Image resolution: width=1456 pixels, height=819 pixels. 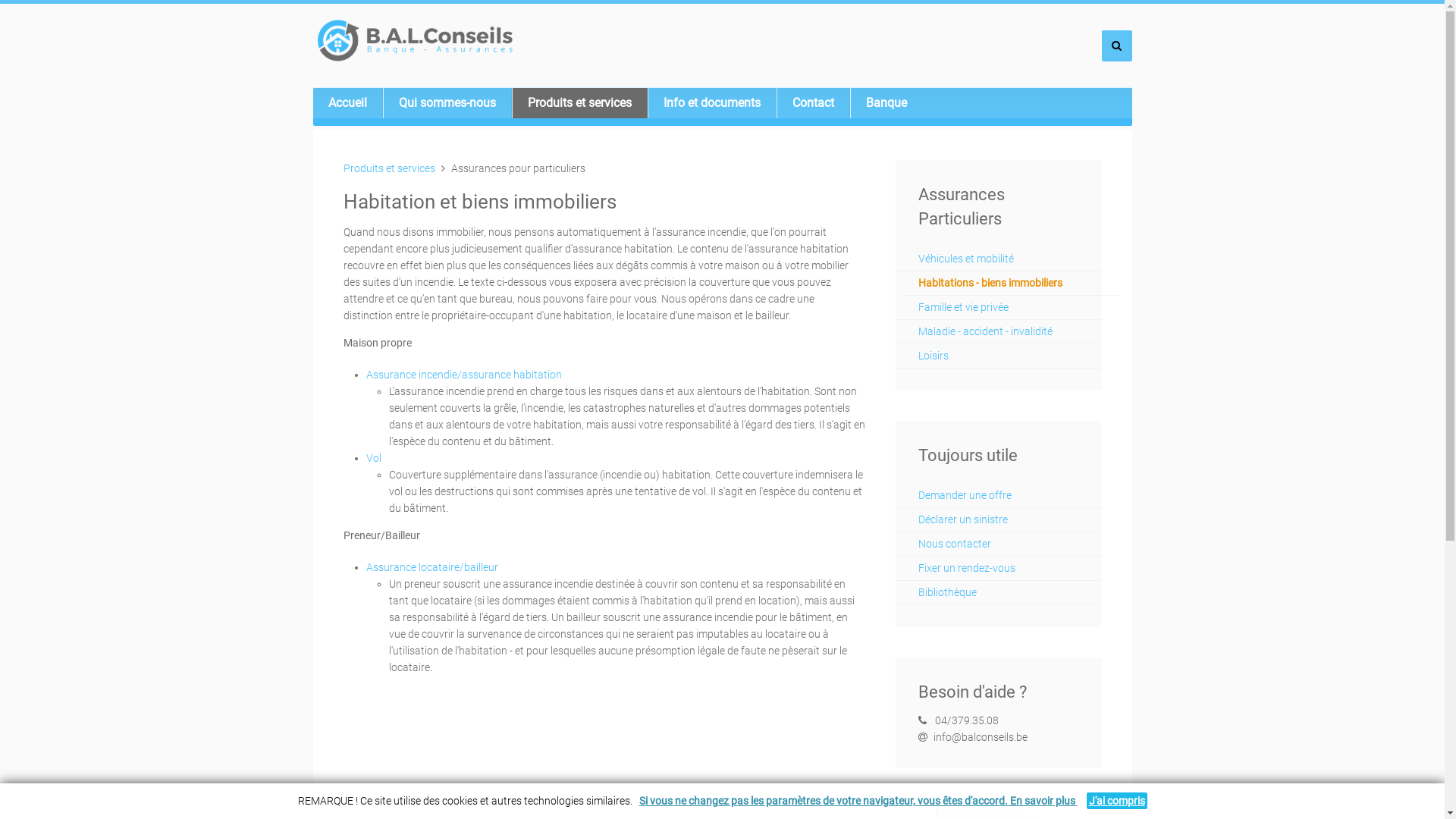 I want to click on 'Fixer un rendez-vous', so click(x=997, y=567).